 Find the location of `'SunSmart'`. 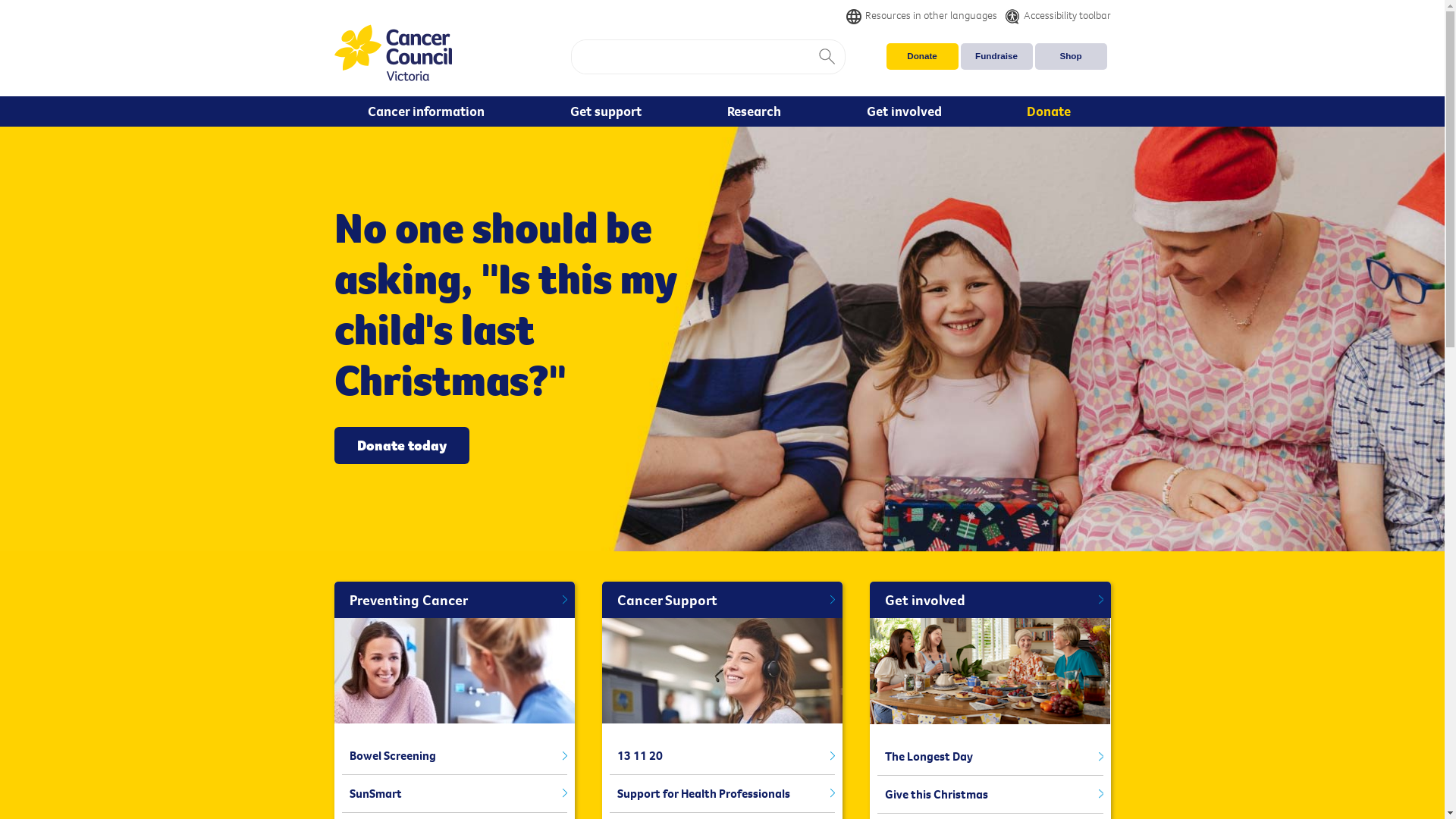

'SunSmart' is located at coordinates (453, 792).